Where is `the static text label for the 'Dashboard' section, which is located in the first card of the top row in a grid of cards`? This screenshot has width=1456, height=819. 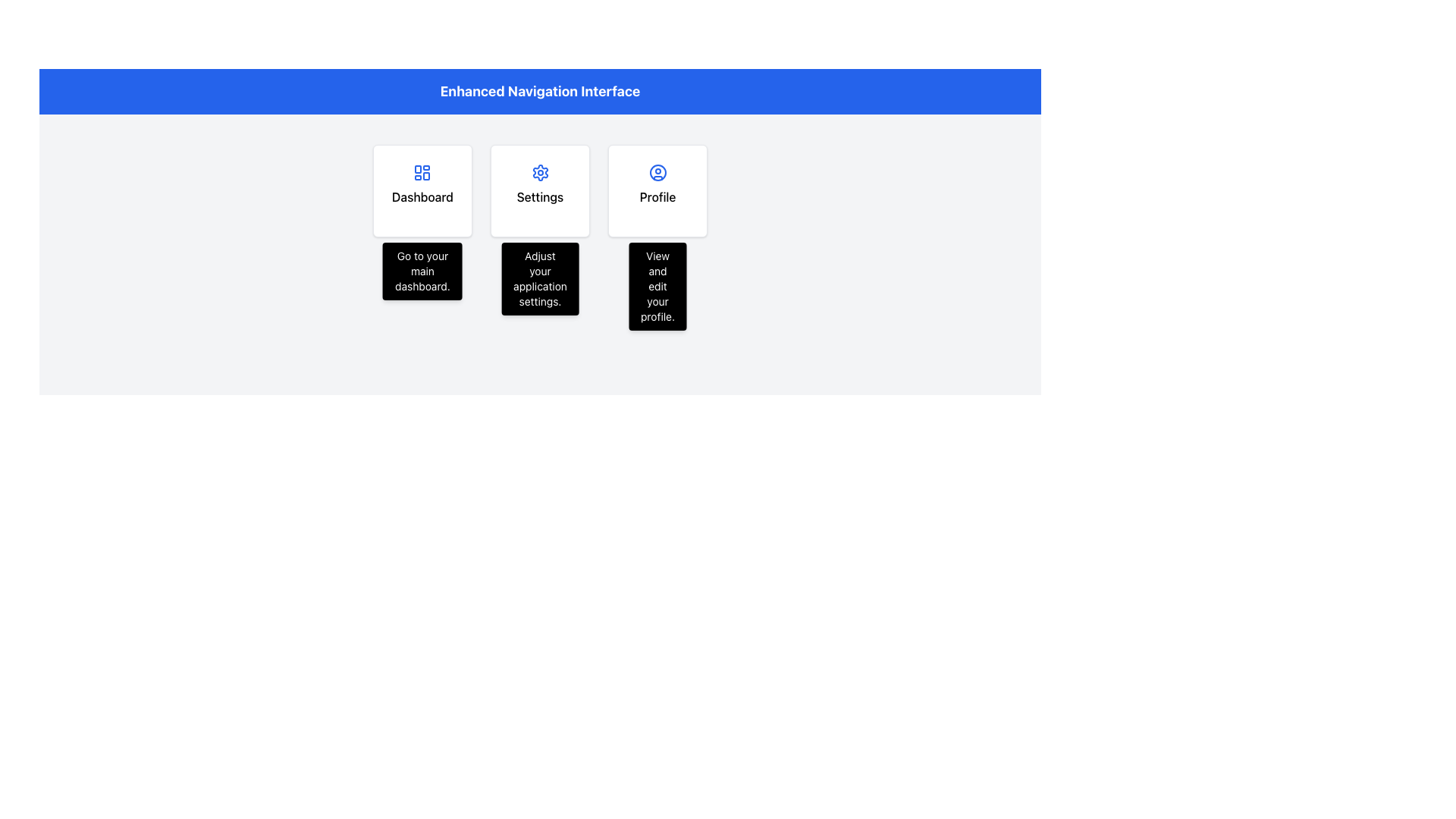
the static text label for the 'Dashboard' section, which is located in the first card of the top row in a grid of cards is located at coordinates (422, 196).